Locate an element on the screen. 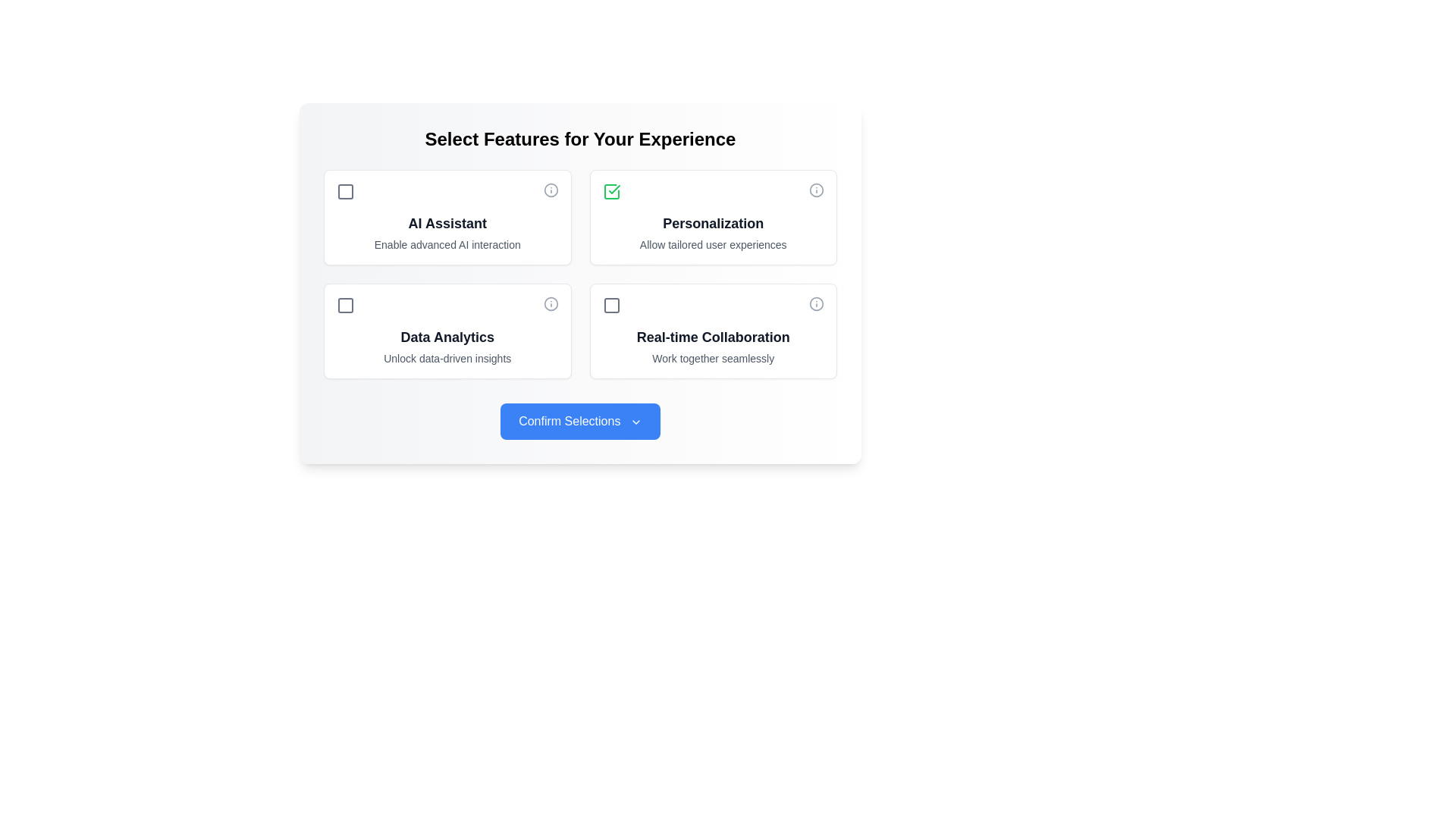  the checkbox is located at coordinates (345, 191).